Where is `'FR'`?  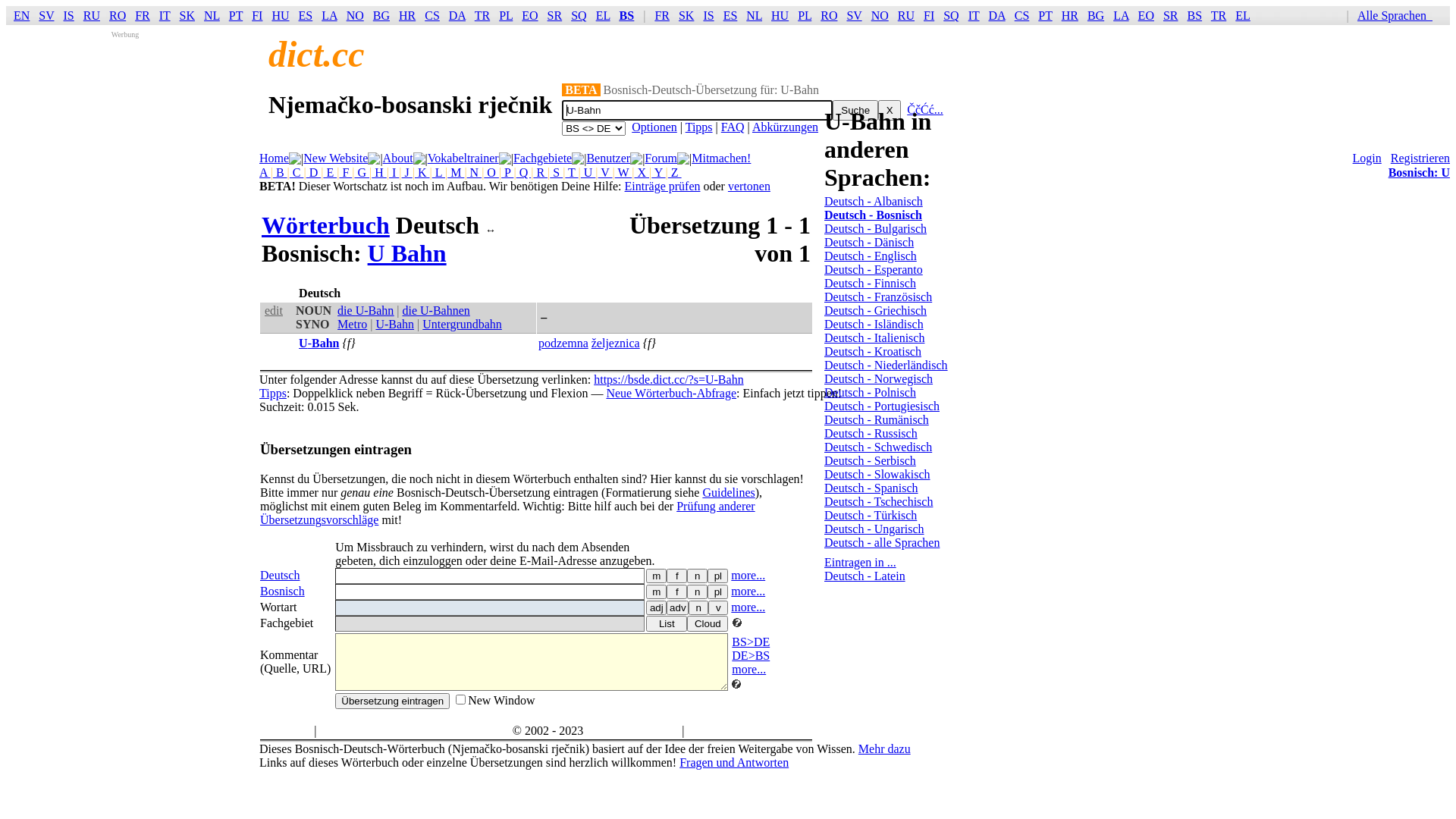
'FR' is located at coordinates (654, 15).